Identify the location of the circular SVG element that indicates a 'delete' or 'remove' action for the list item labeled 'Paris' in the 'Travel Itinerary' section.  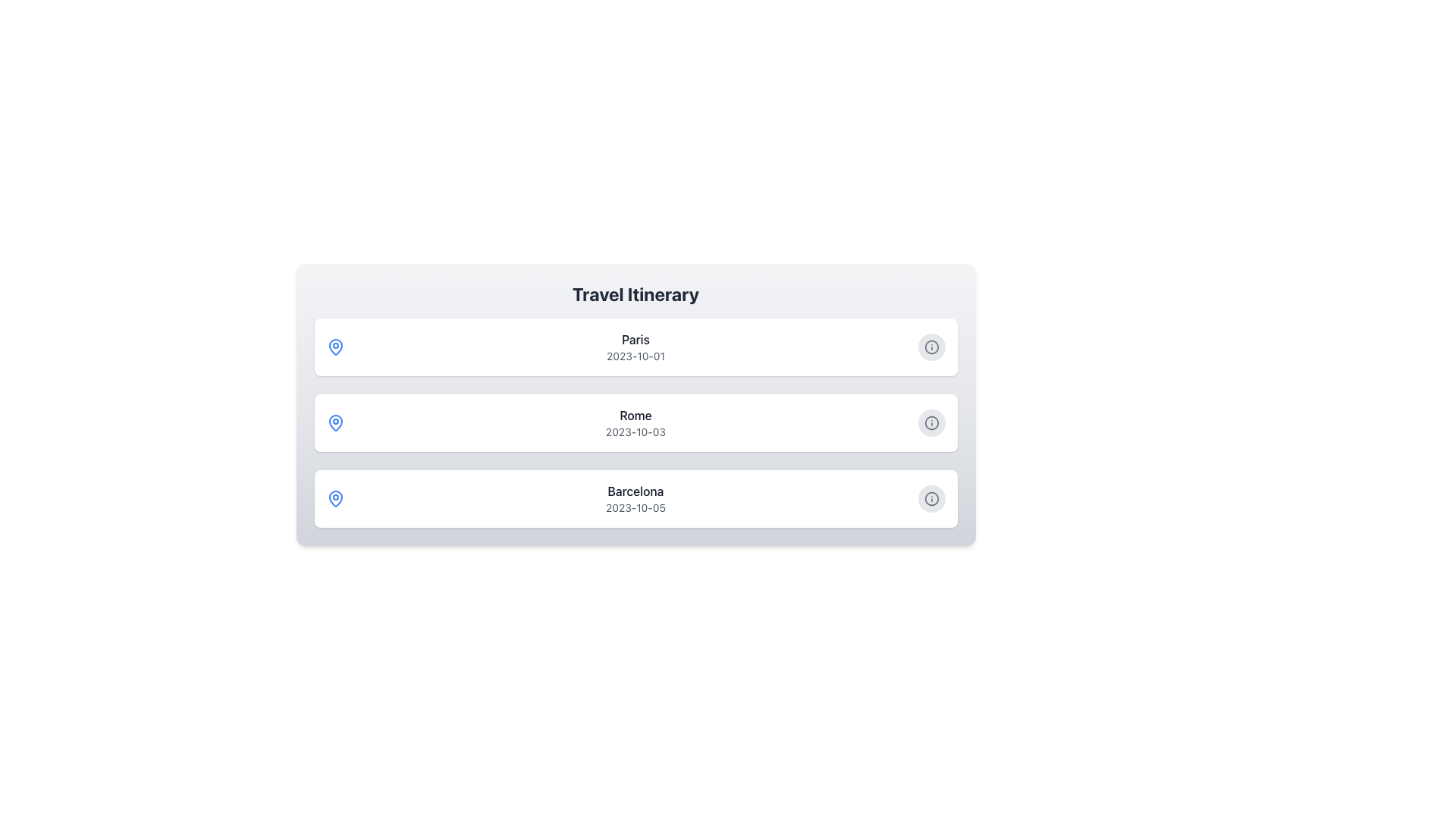
(930, 347).